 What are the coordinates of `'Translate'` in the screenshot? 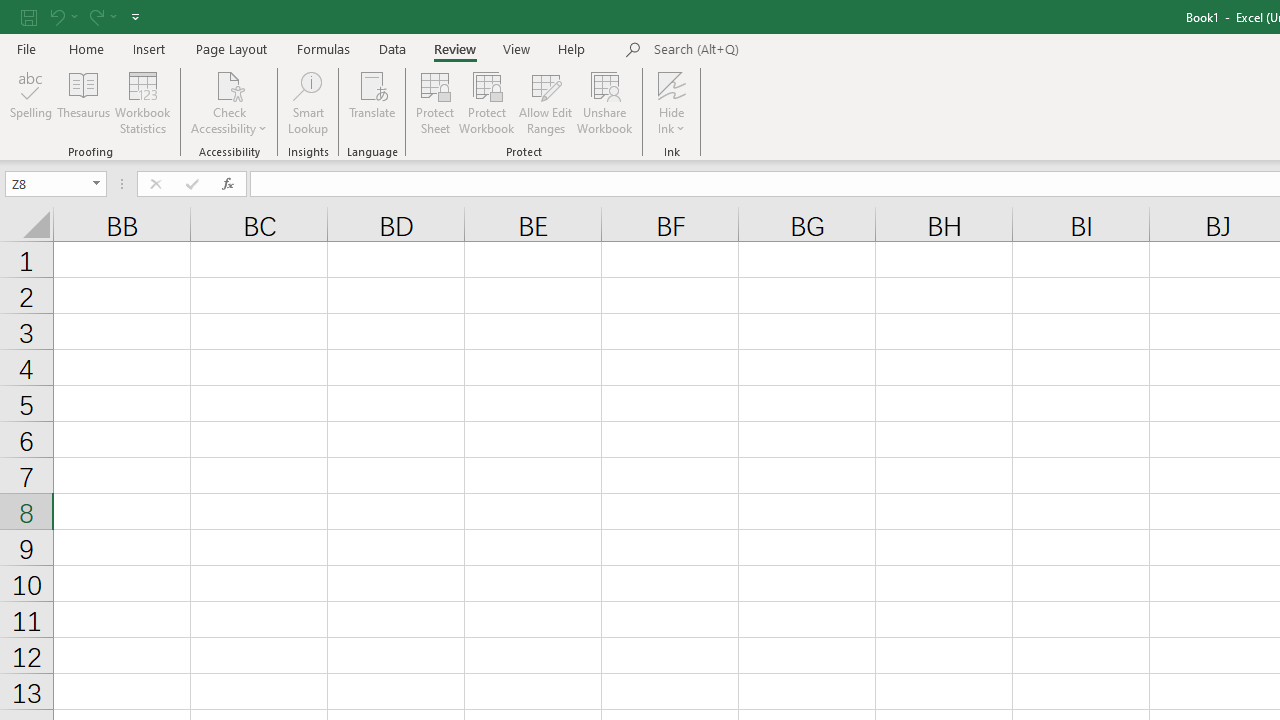 It's located at (372, 103).